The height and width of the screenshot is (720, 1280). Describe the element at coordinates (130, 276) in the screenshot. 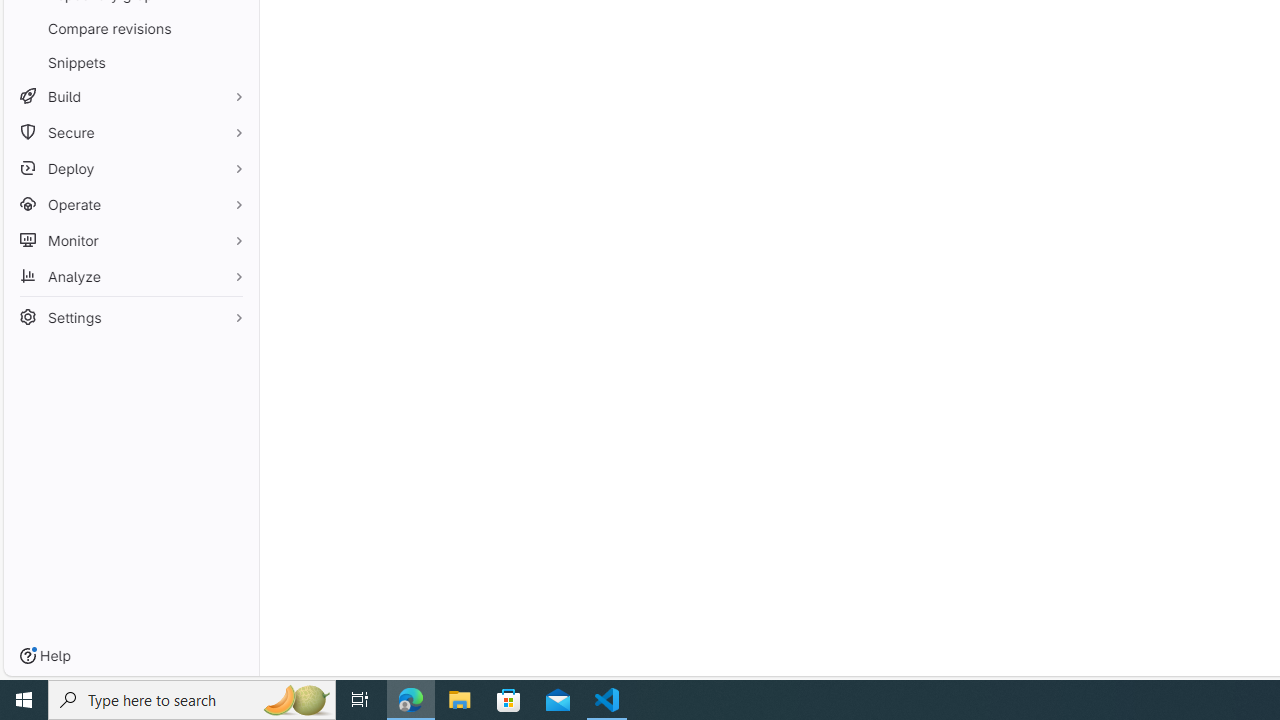

I see `'Analyze'` at that location.